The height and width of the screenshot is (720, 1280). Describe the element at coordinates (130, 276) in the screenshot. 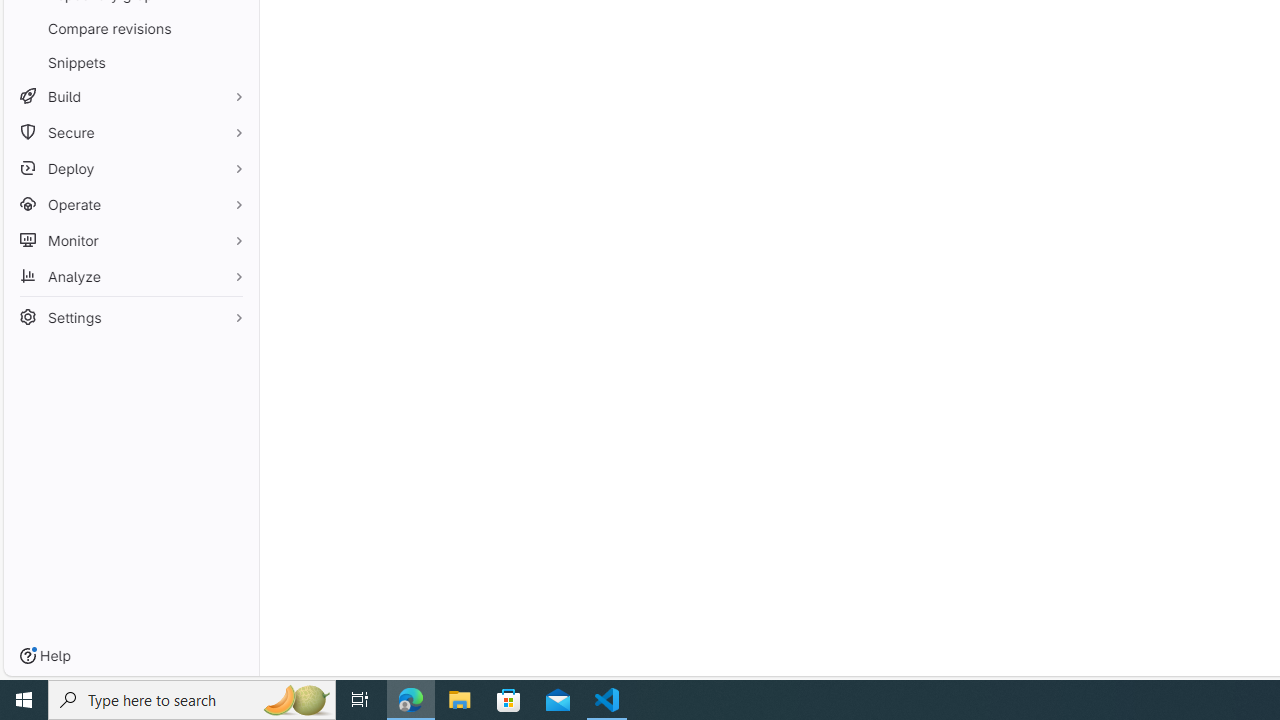

I see `'Analyze'` at that location.